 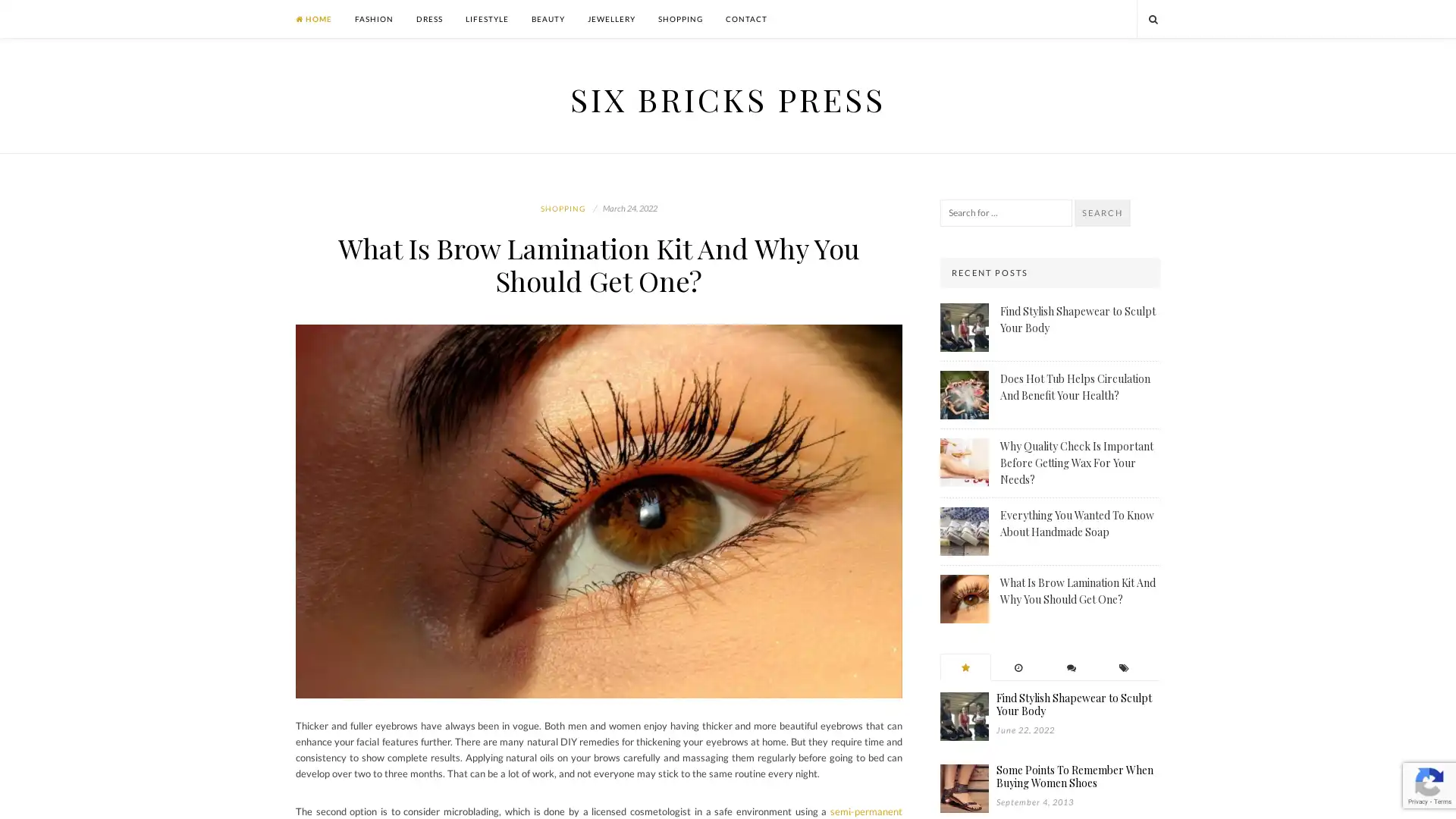 What do you see at coordinates (1103, 213) in the screenshot?
I see `SEARCH` at bounding box center [1103, 213].